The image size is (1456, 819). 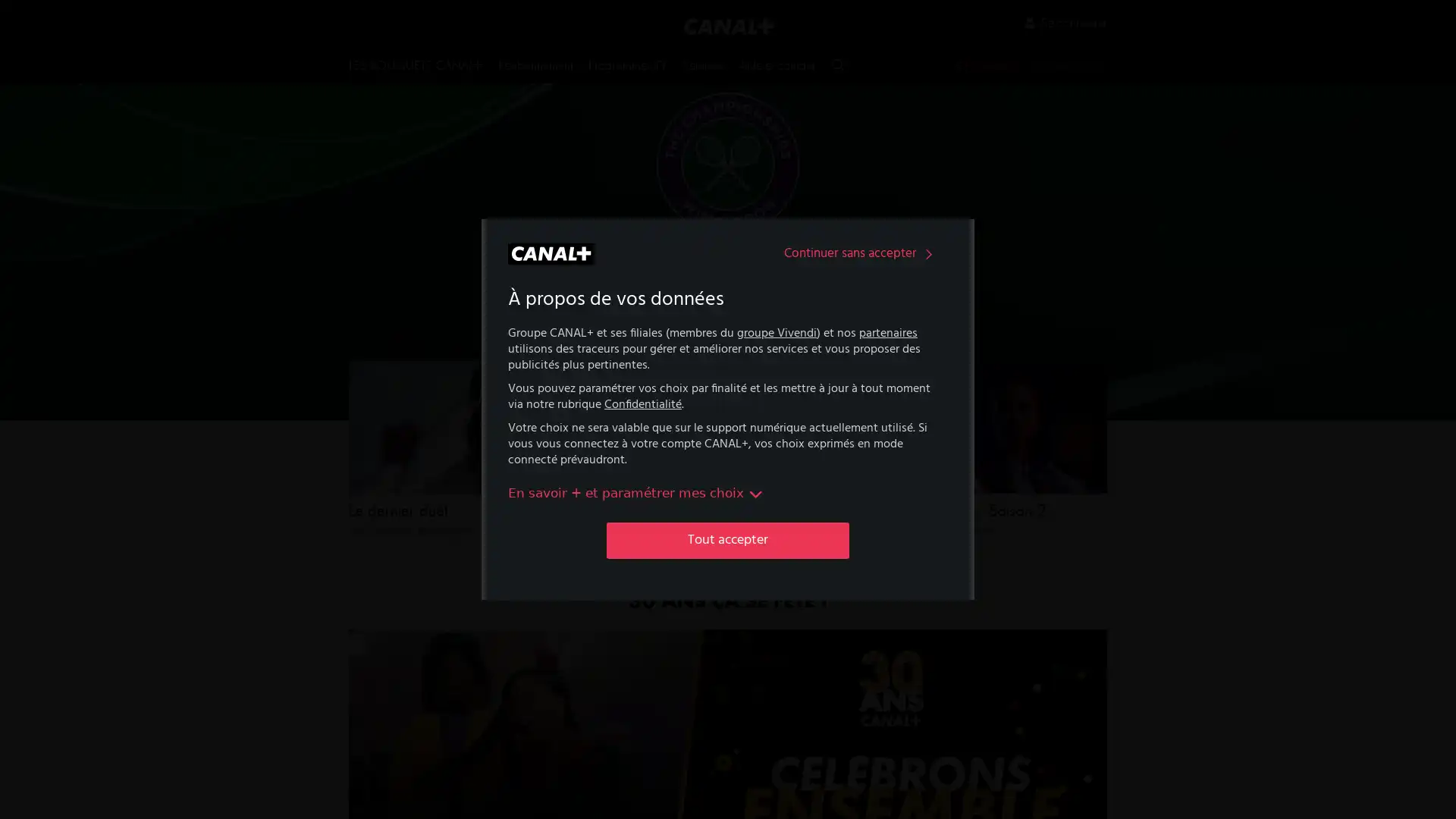 What do you see at coordinates (728, 445) in the screenshot?
I see `Guinee Bissau` at bounding box center [728, 445].